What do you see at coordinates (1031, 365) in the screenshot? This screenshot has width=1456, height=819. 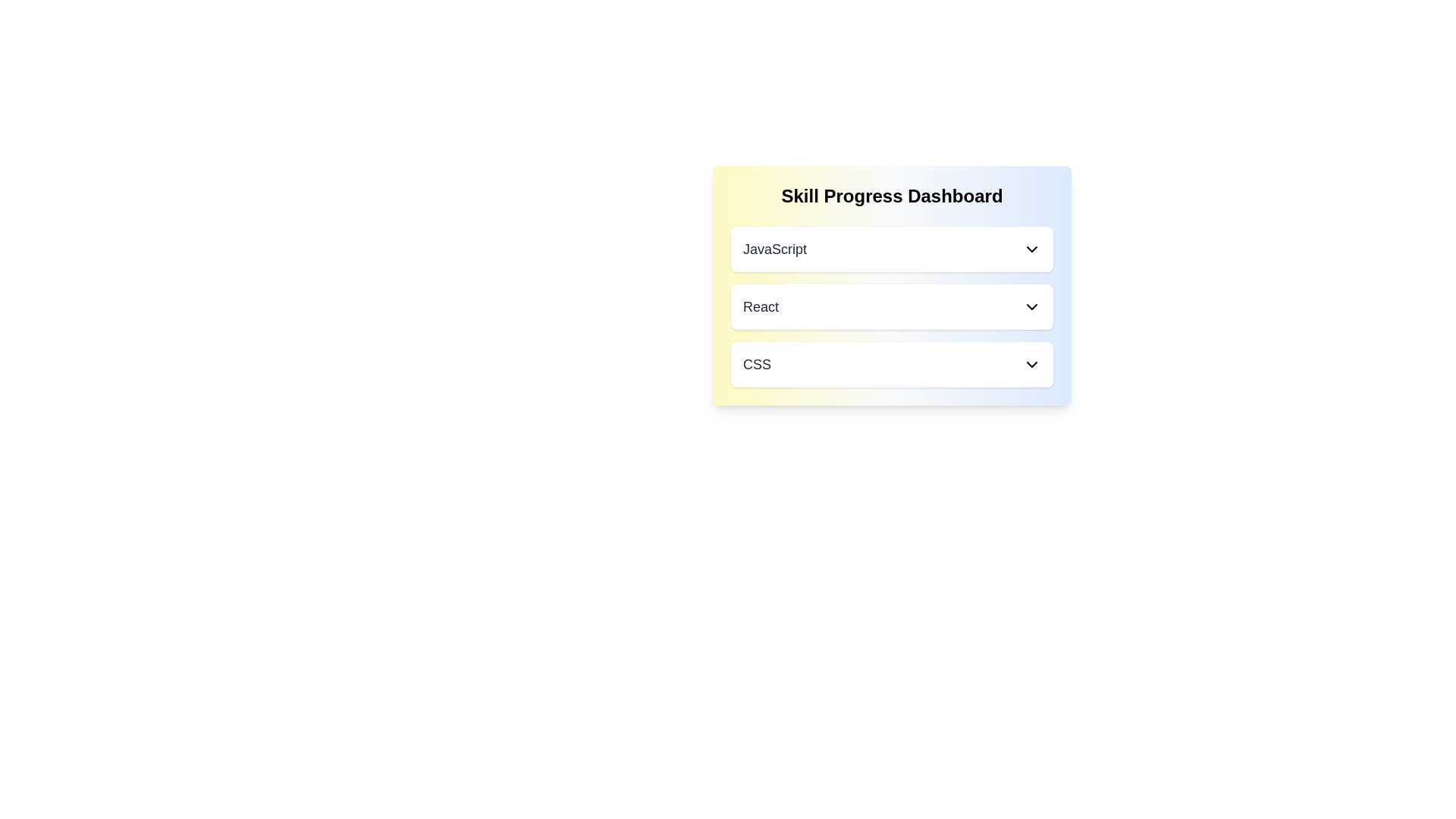 I see `the icon button located to the right of the 'CSS' label to potentially display a tooltip` at bounding box center [1031, 365].